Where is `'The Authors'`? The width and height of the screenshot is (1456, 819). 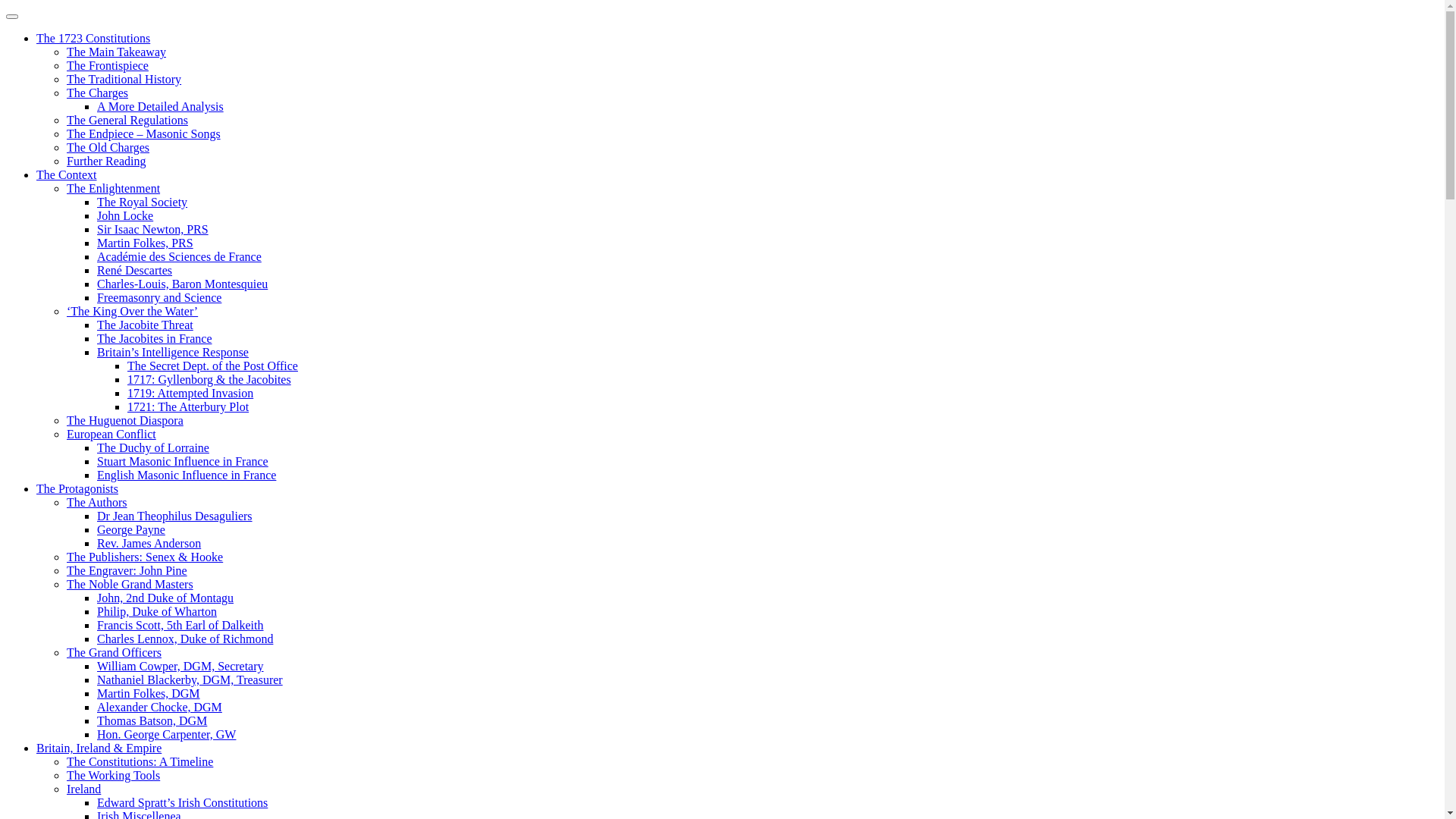 'The Authors' is located at coordinates (96, 502).